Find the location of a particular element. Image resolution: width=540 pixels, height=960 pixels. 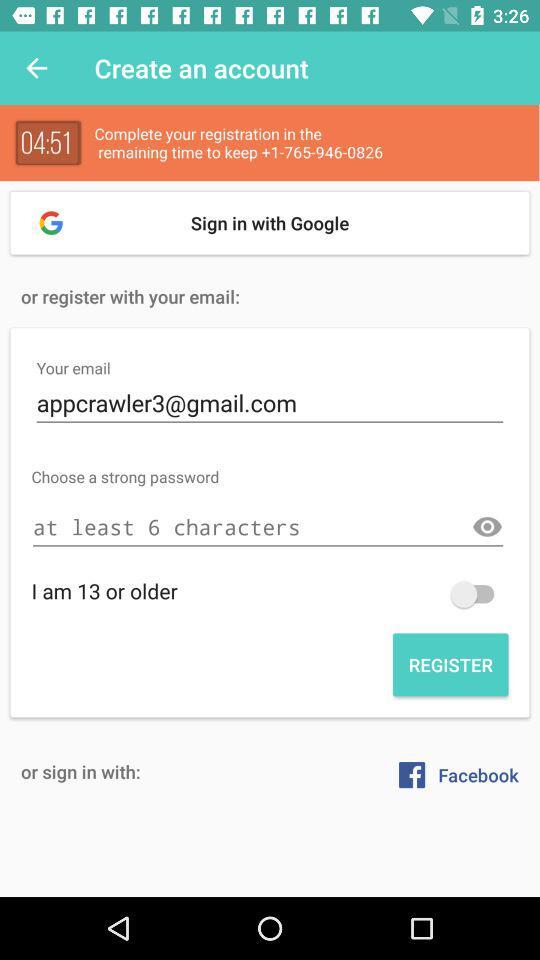

go back is located at coordinates (476, 594).